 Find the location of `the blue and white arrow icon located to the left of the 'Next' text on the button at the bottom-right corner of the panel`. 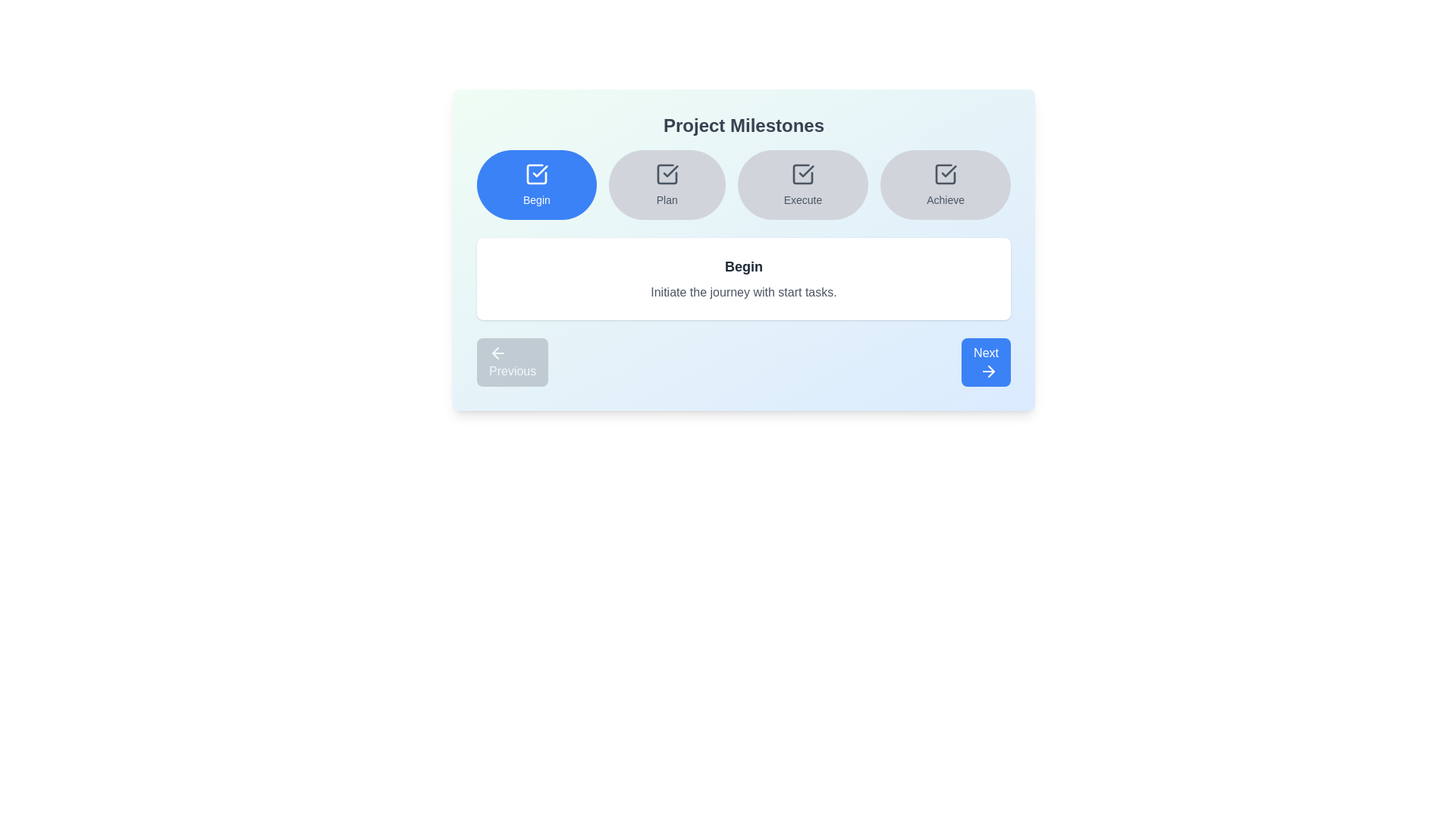

the blue and white arrow icon located to the left of the 'Next' text on the button at the bottom-right corner of the panel is located at coordinates (989, 371).